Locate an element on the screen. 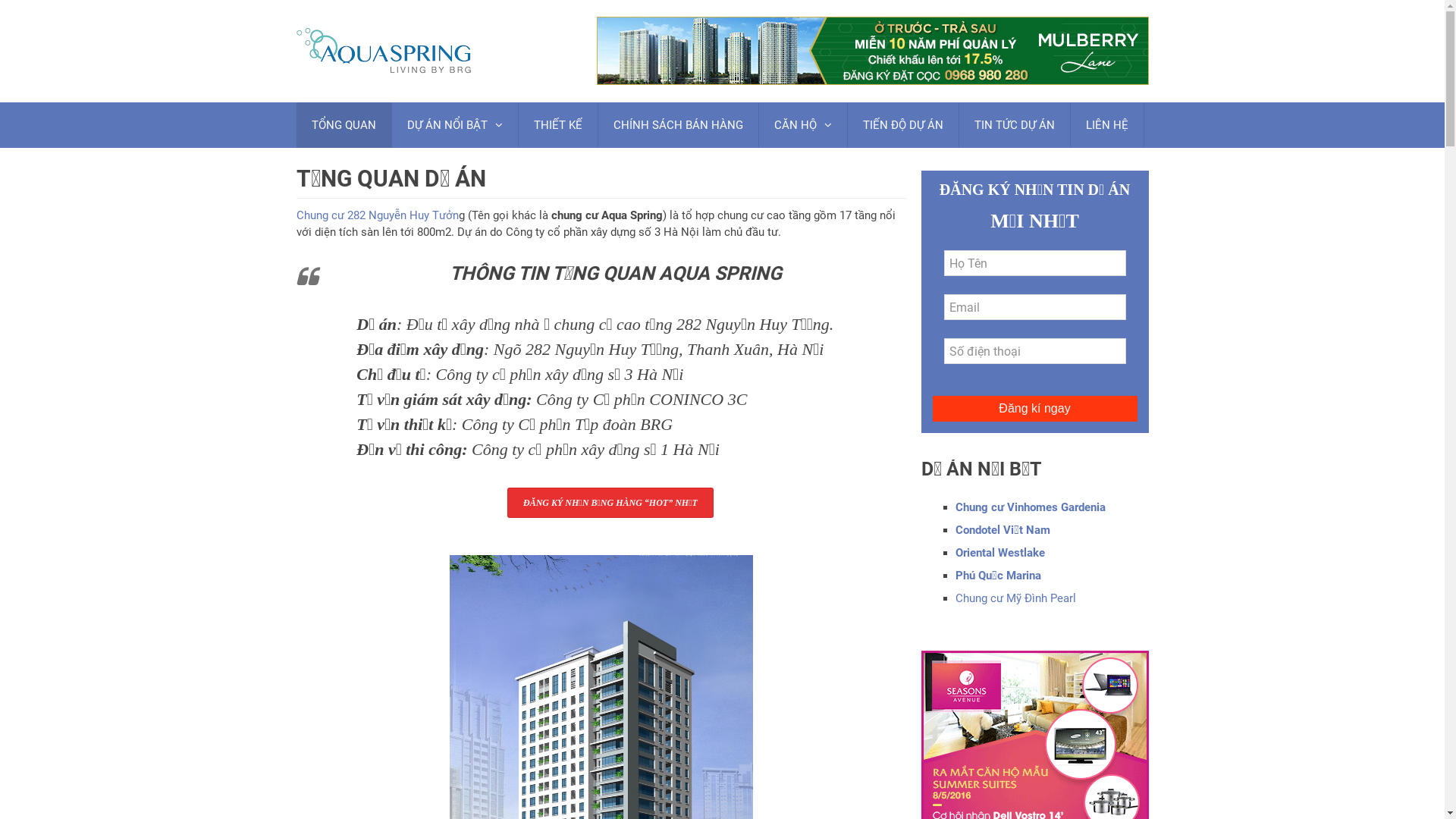 Image resolution: width=1456 pixels, height=819 pixels. 'Oriental Westlake' is located at coordinates (1000, 553).